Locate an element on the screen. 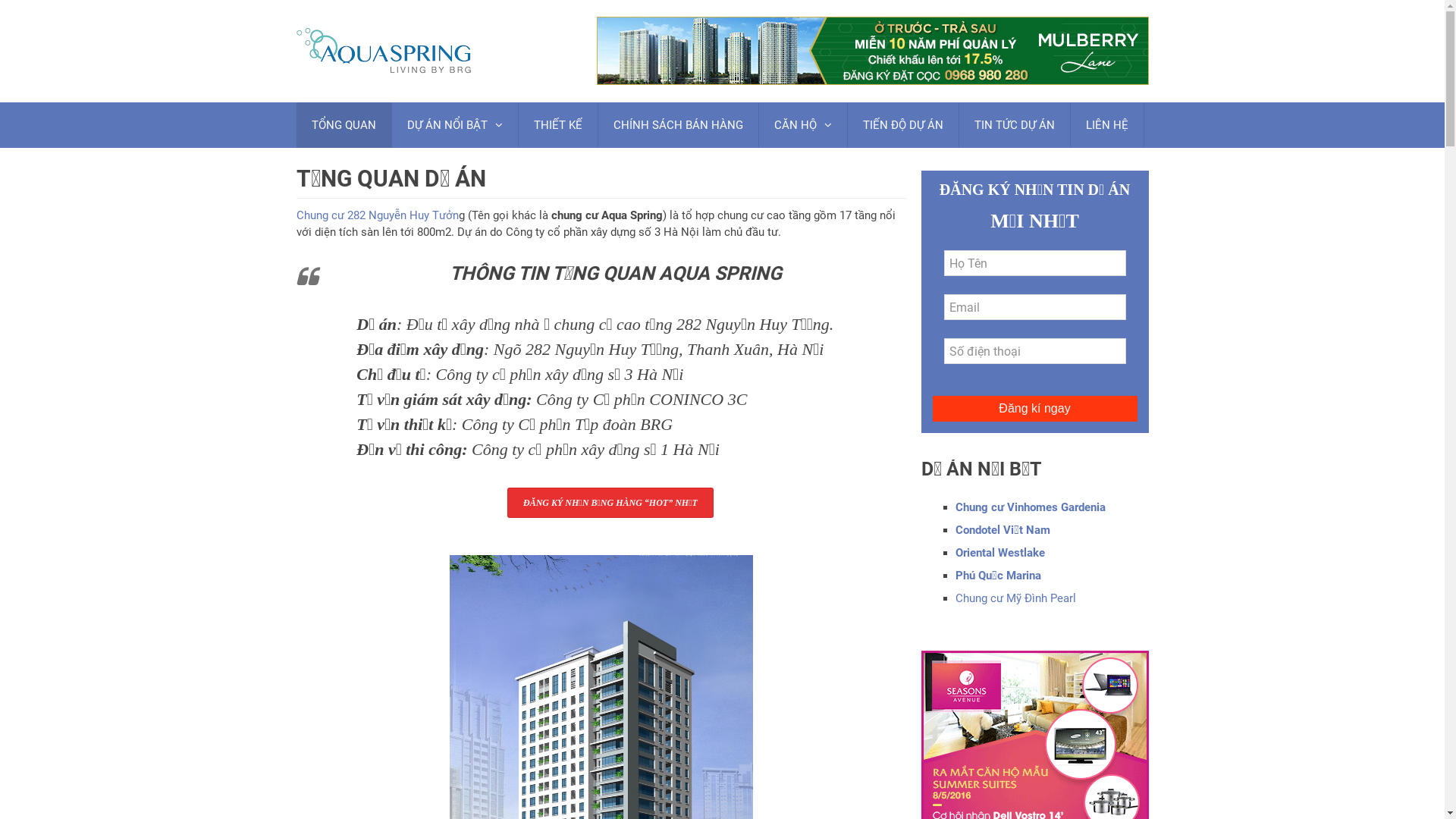 Image resolution: width=1456 pixels, height=819 pixels. 'Oriental Westlake' is located at coordinates (1000, 553).